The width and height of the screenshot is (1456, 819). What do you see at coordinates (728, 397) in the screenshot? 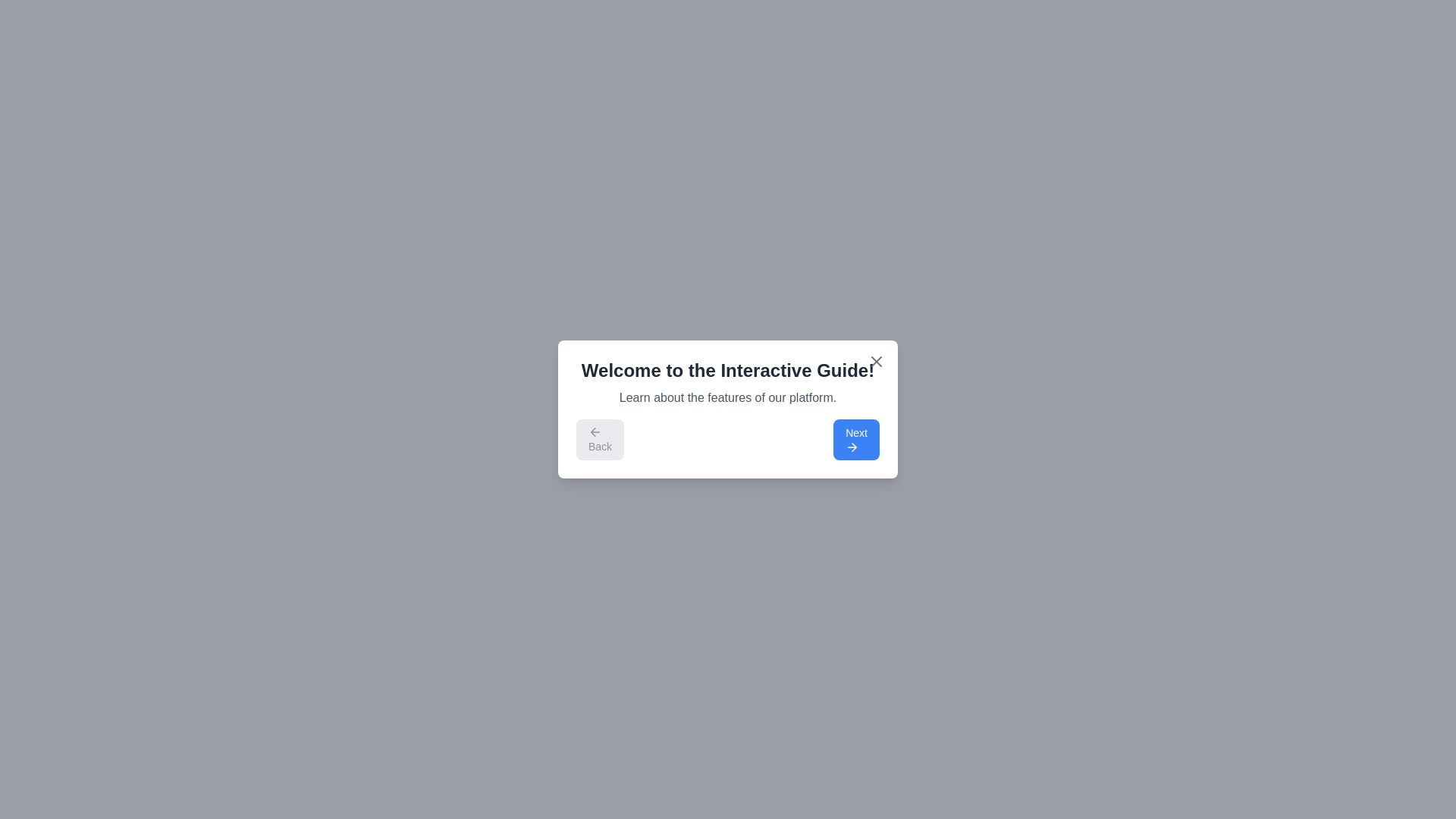
I see `the subtitle text label that provides instructions related to the interactive guide, located below the main title 'Welcome to the Interactive Guide!'` at bounding box center [728, 397].